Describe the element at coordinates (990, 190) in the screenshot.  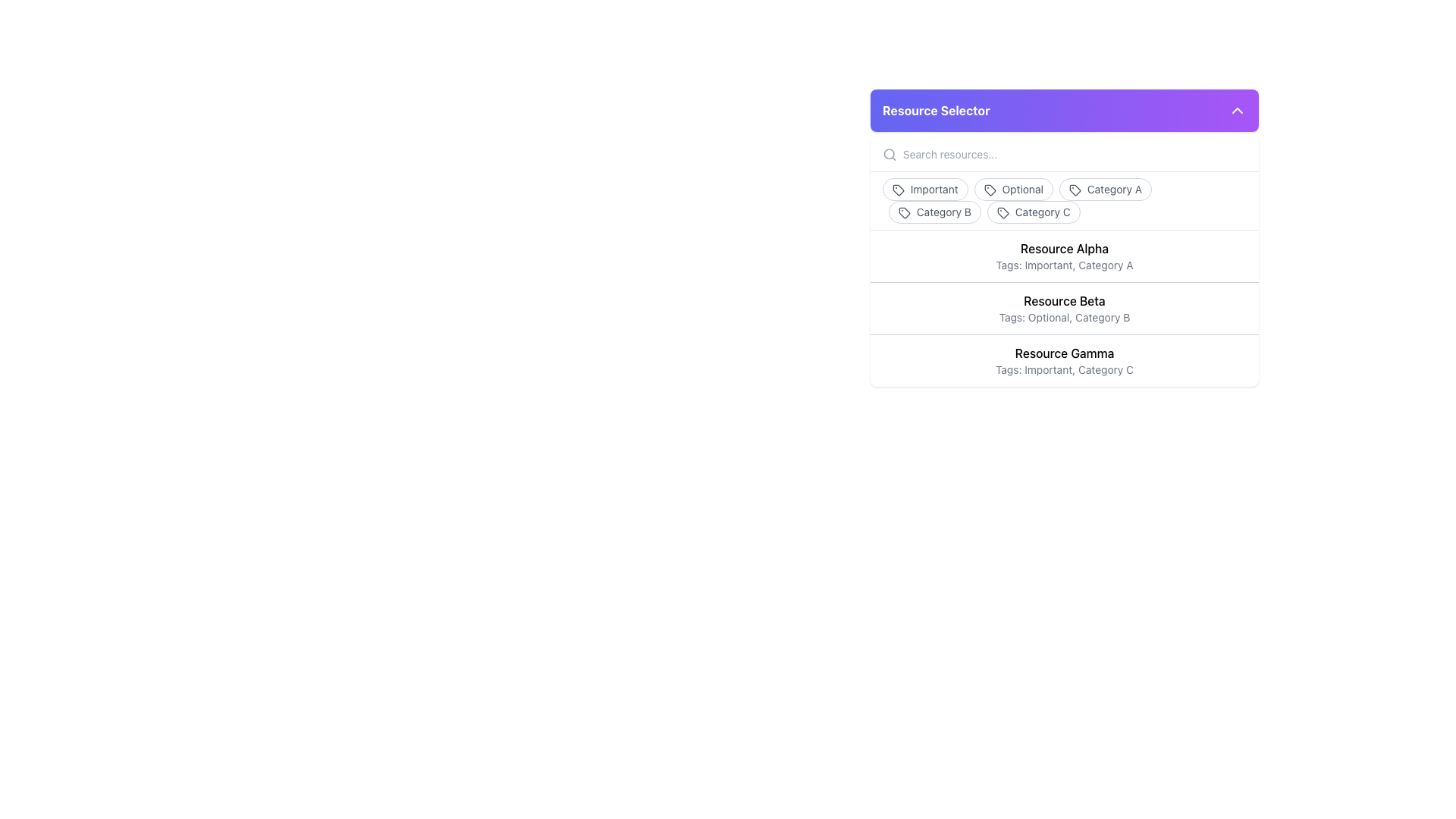
I see `the angular tag icon, which is part of an SVG group and positioned to the left of the 'Optional' tag` at that location.